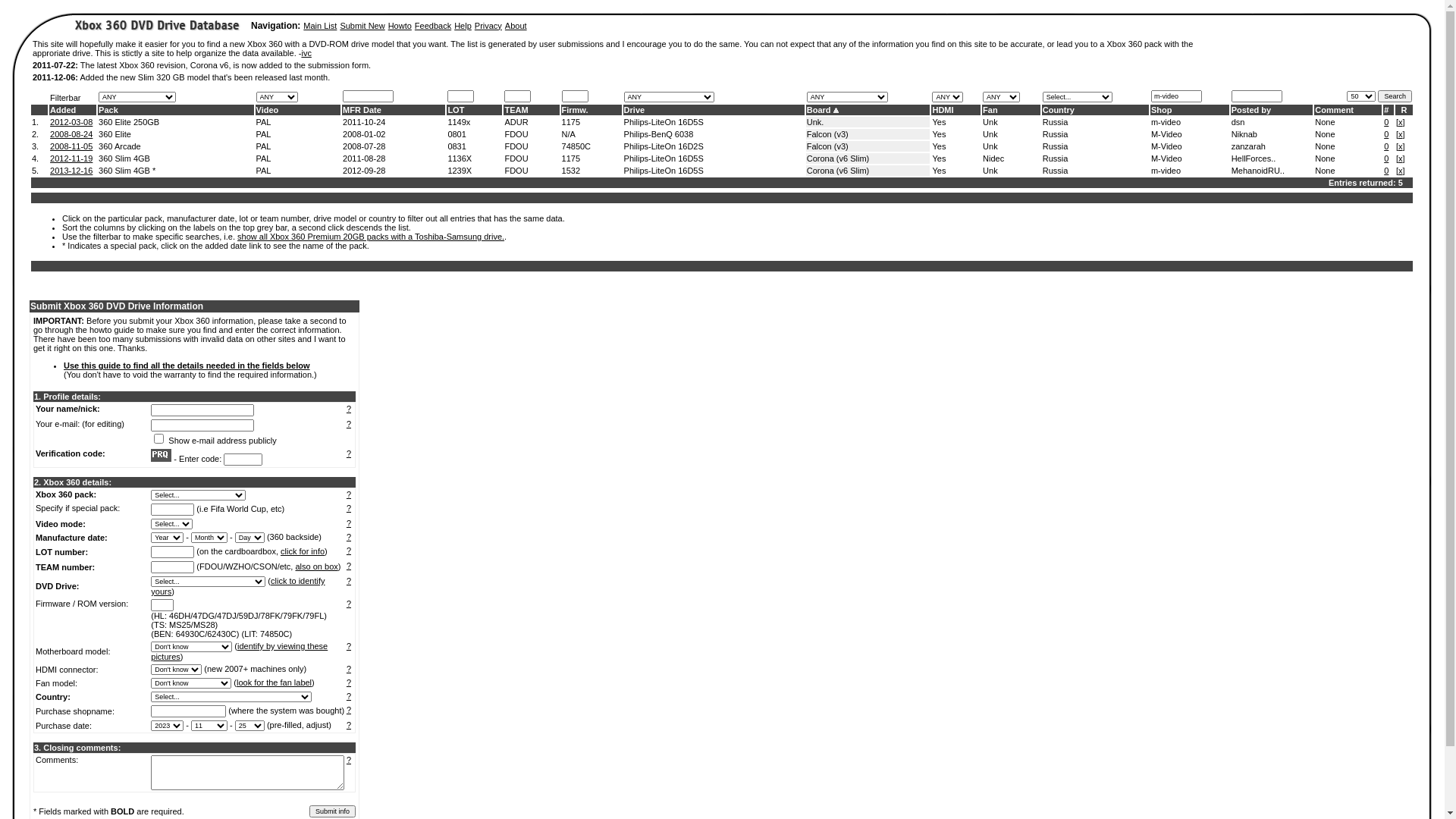 This screenshot has height=819, width=1456. Describe the element at coordinates (264, 146) in the screenshot. I see `'PAL'` at that location.